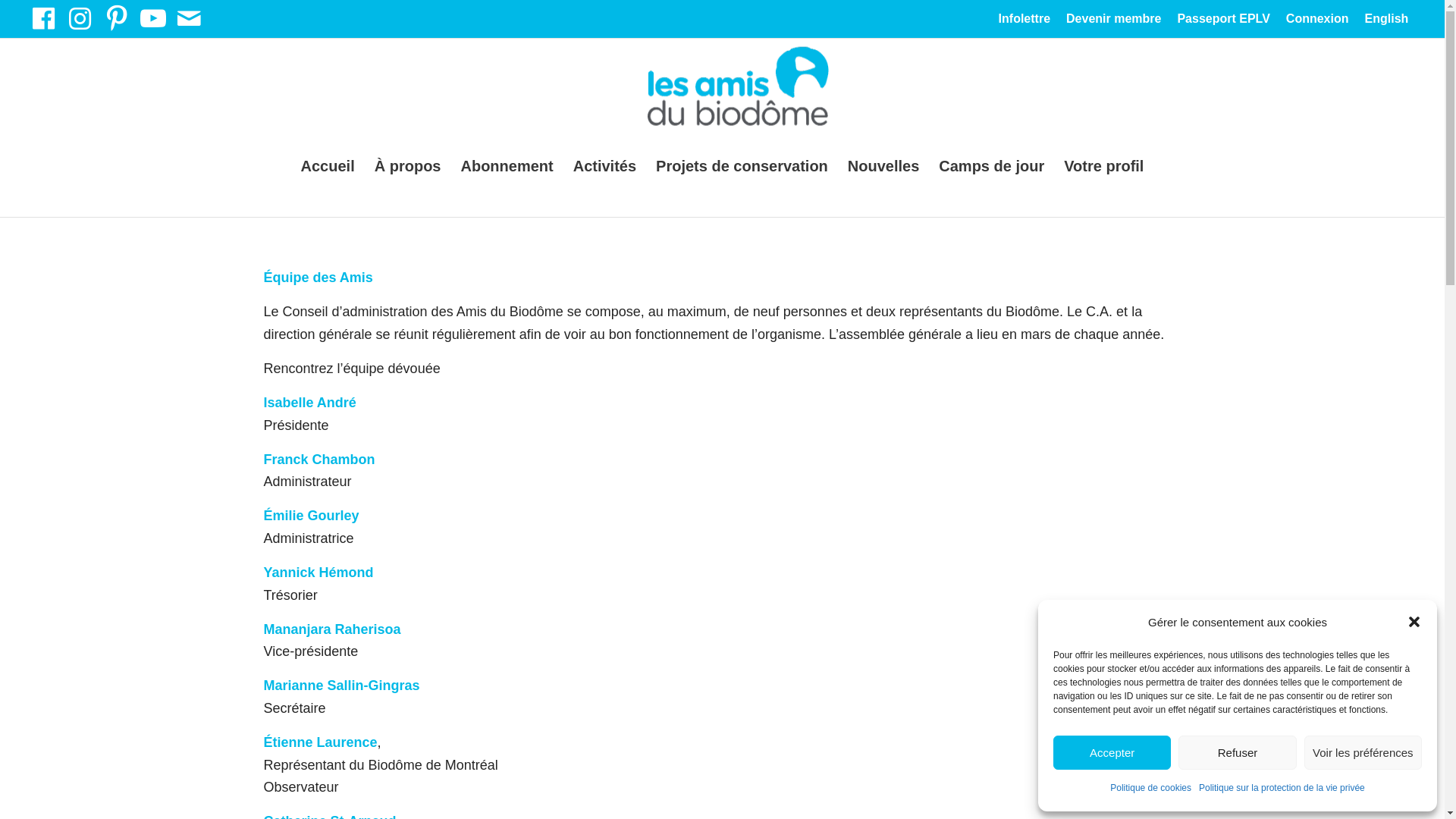 This screenshot has height=819, width=1456. Describe the element at coordinates (115, 17) in the screenshot. I see `'Pinterest'` at that location.